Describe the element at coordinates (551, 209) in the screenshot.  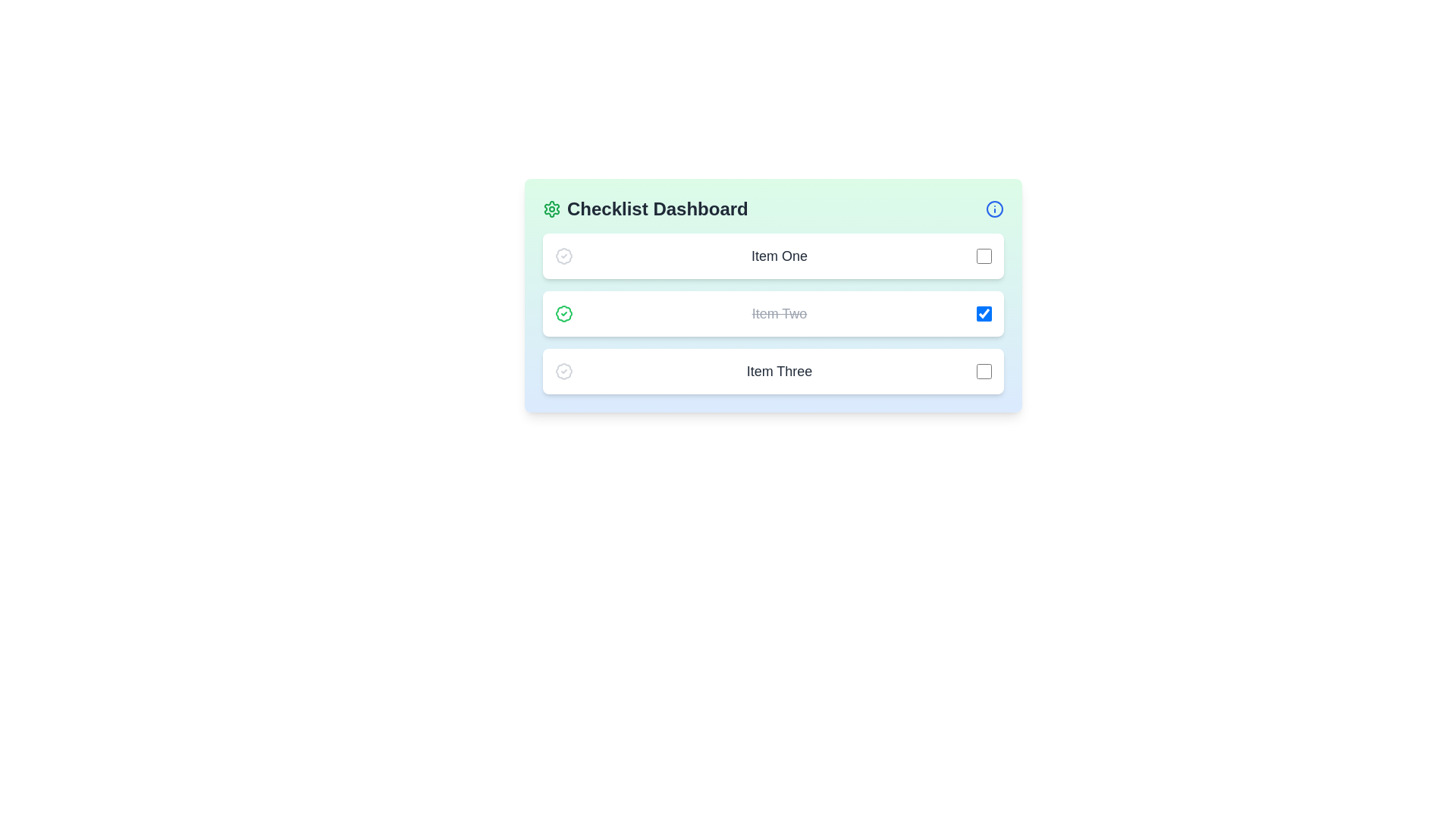
I see `the green gear icon located to the left of the 'Checklist Dashboard' text at the top of the interface` at that location.